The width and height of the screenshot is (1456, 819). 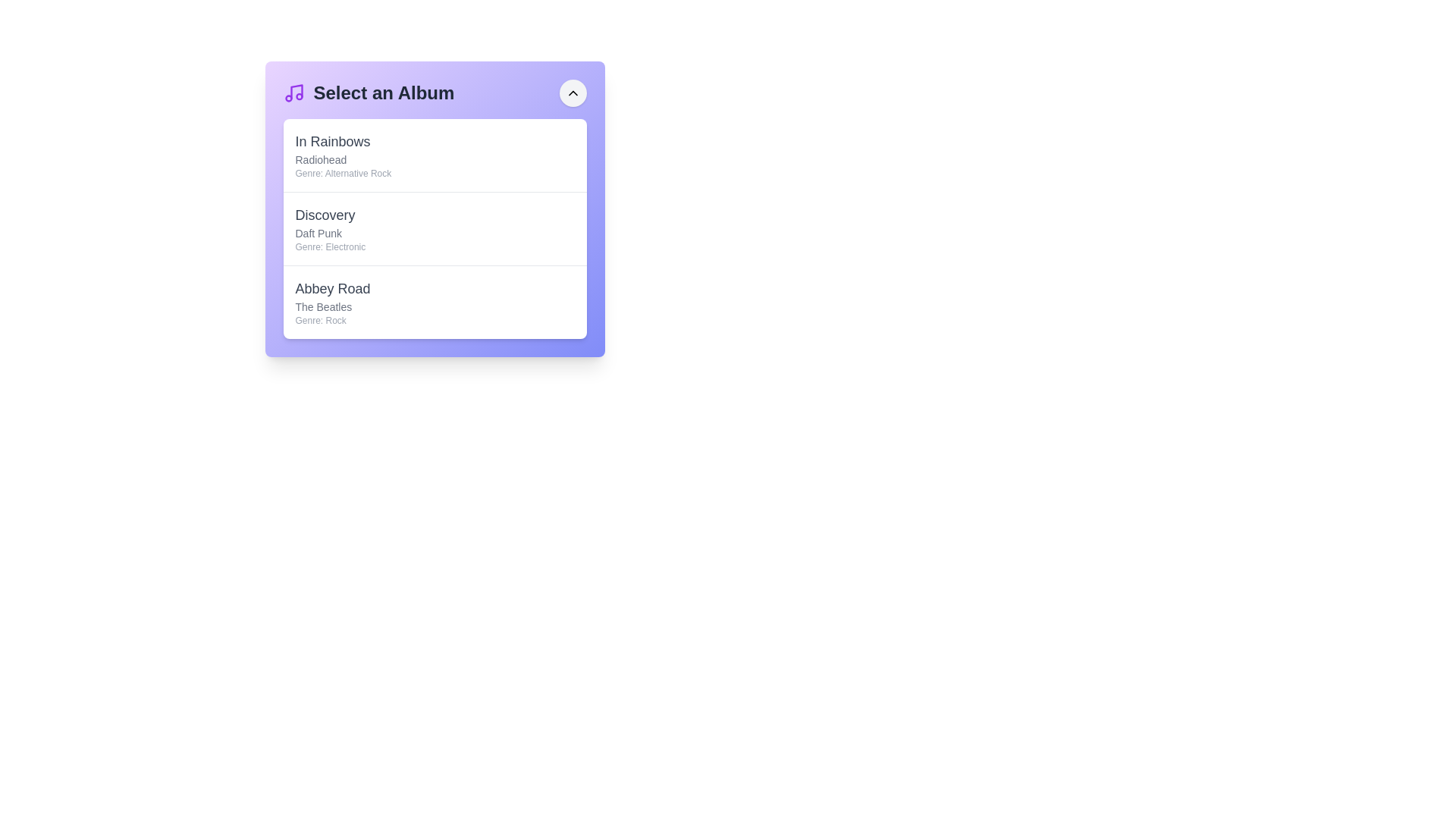 What do you see at coordinates (332, 289) in the screenshot?
I see `album title text label displaying 'Abbey Road', which is located in the third group of items above 'The Beatles'` at bounding box center [332, 289].